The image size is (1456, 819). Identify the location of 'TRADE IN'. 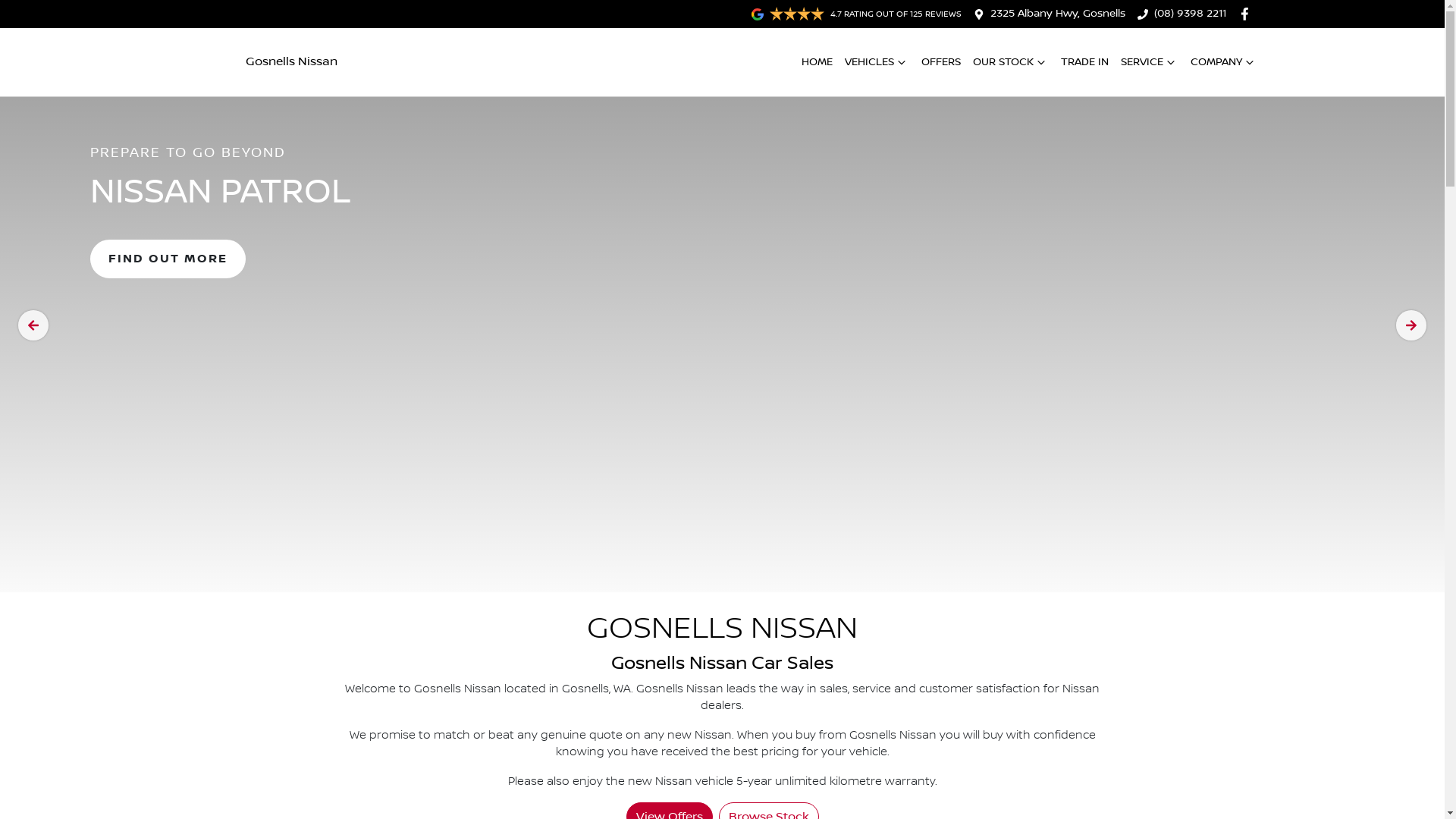
(1083, 61).